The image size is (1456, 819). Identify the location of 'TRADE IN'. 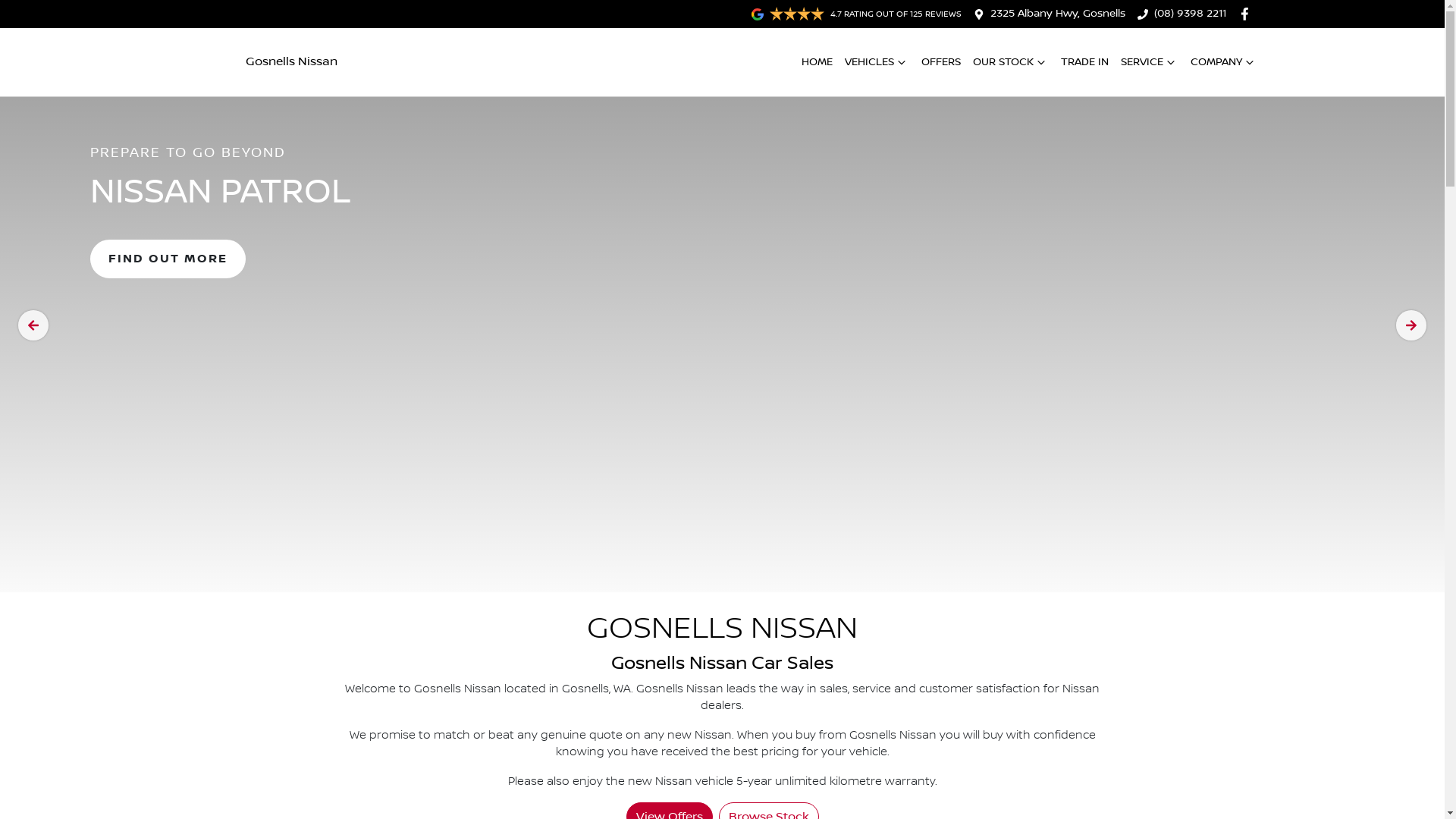
(1083, 61).